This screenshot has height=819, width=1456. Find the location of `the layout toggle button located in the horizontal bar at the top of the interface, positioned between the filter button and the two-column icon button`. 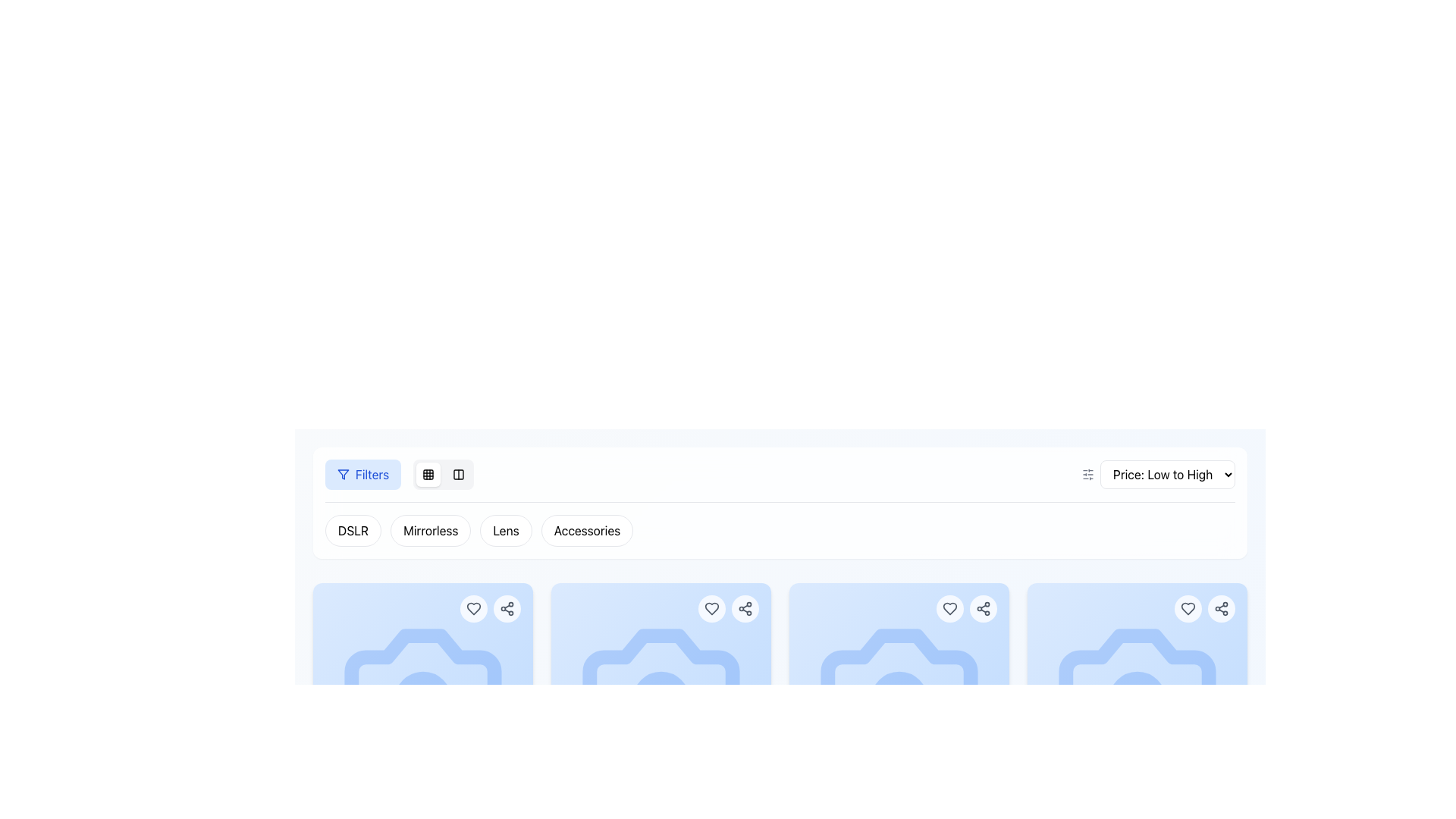

the layout toggle button located in the horizontal bar at the top of the interface, positioned between the filter button and the two-column icon button is located at coordinates (428, 473).